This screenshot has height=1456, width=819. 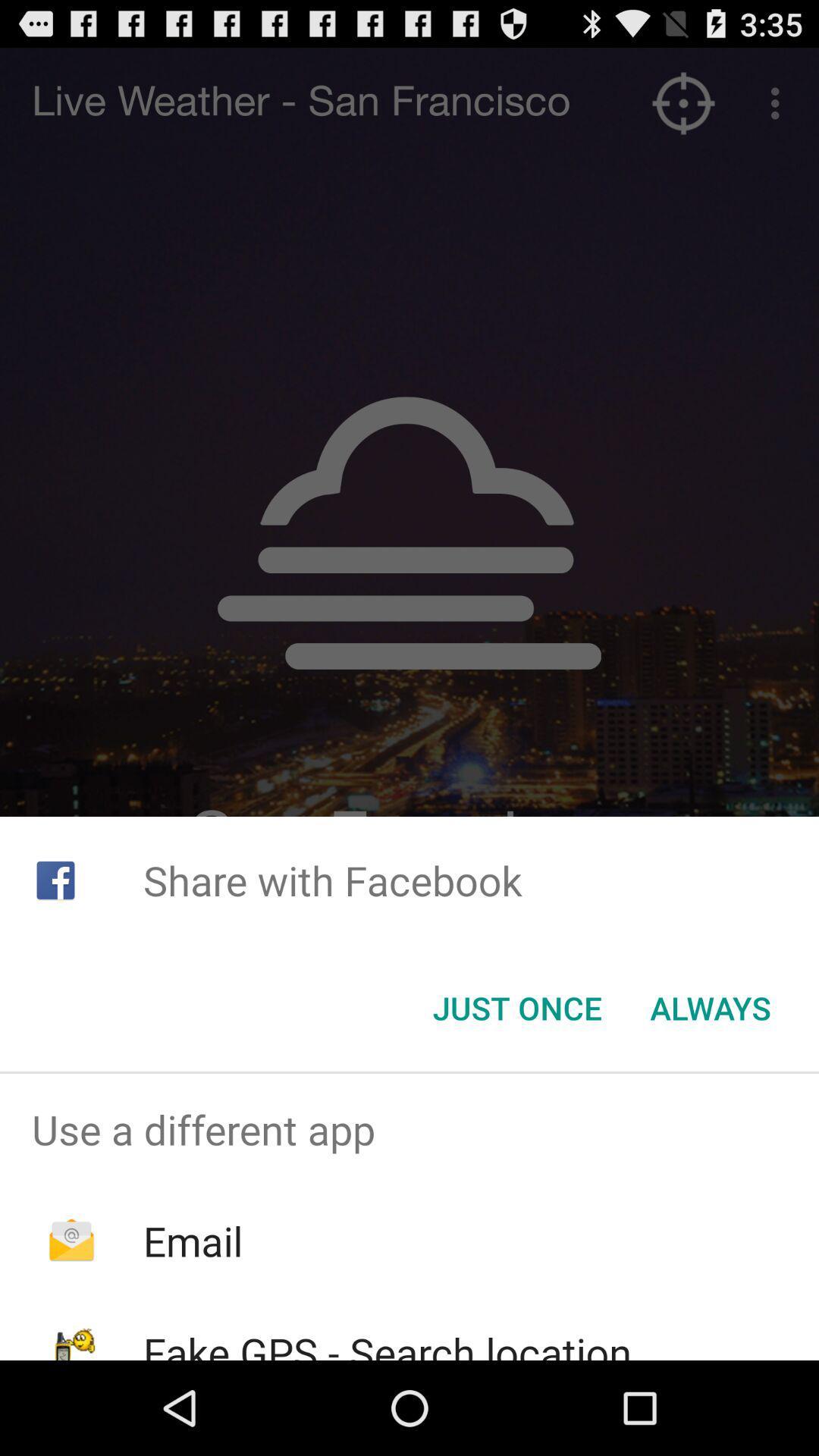 I want to click on always at the bottom right corner, so click(x=711, y=1008).